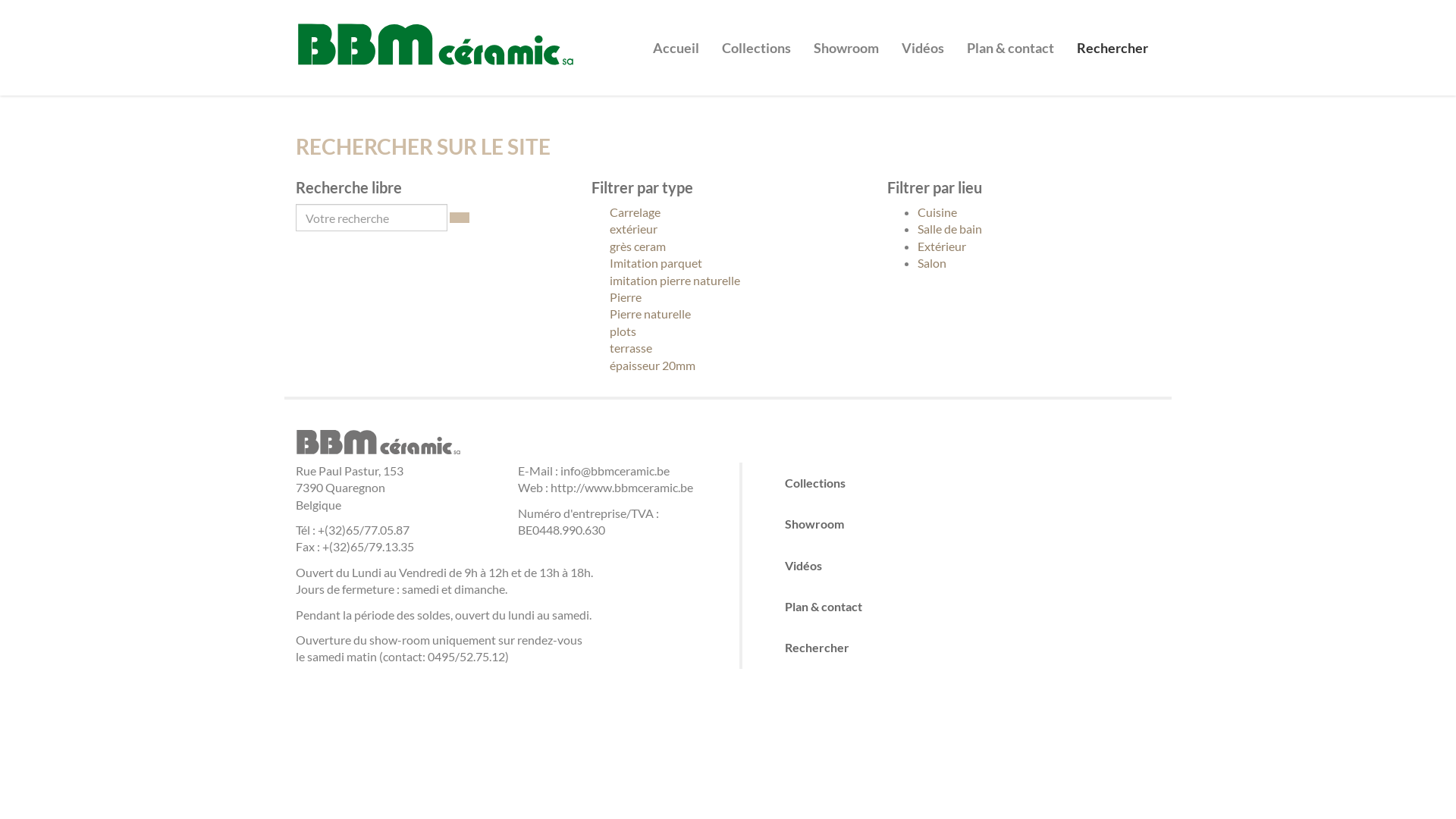 This screenshot has width=1456, height=819. I want to click on 'imitation pierre naturelle', so click(590, 281).